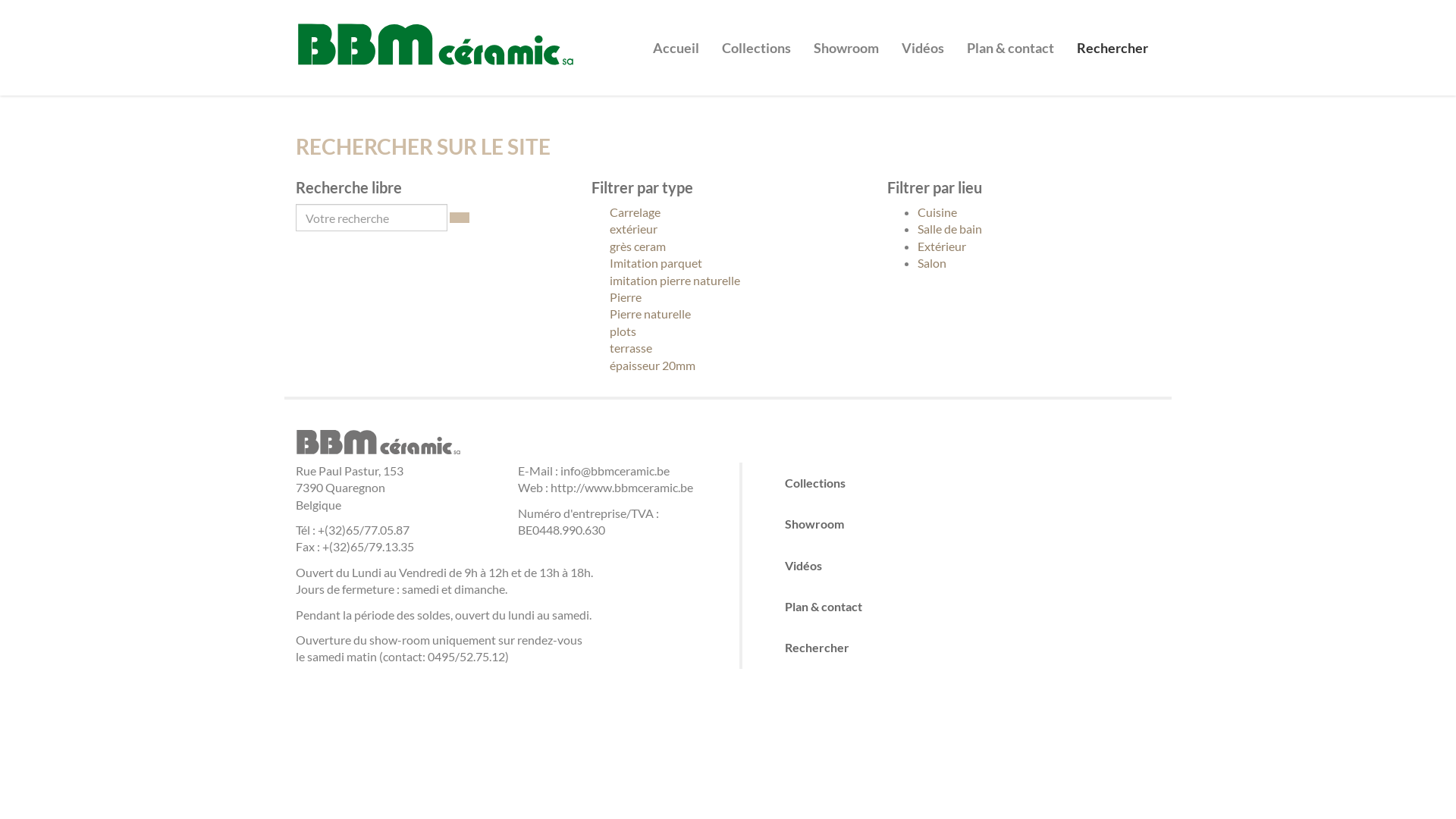 This screenshot has width=1456, height=819. I want to click on 'imitation pierre naturelle', so click(590, 281).